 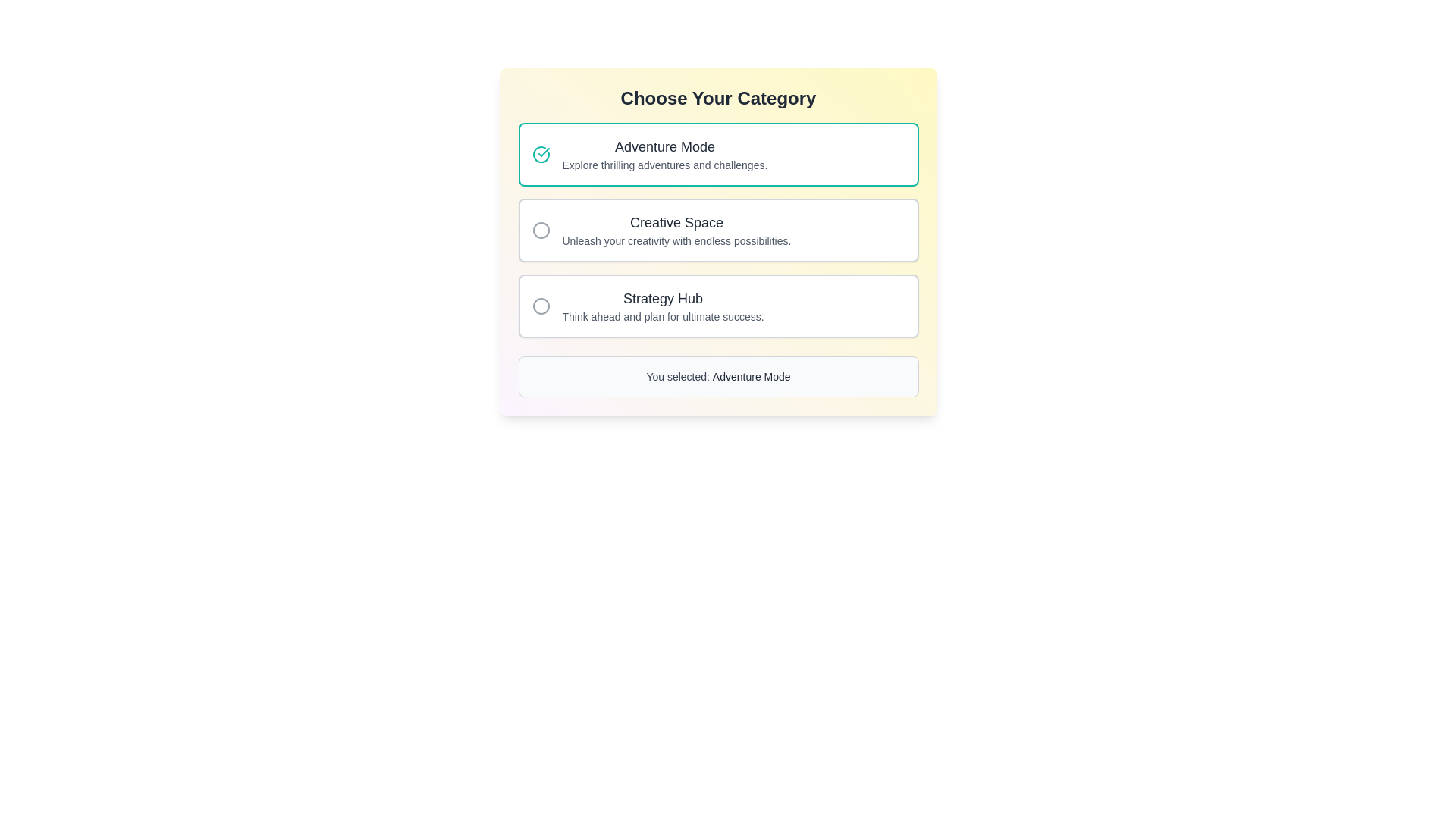 What do you see at coordinates (663, 315) in the screenshot?
I see `the static text element that serves as a descriptive caption for the 'Strategy Hub' option, located below its header in the third card-like section` at bounding box center [663, 315].